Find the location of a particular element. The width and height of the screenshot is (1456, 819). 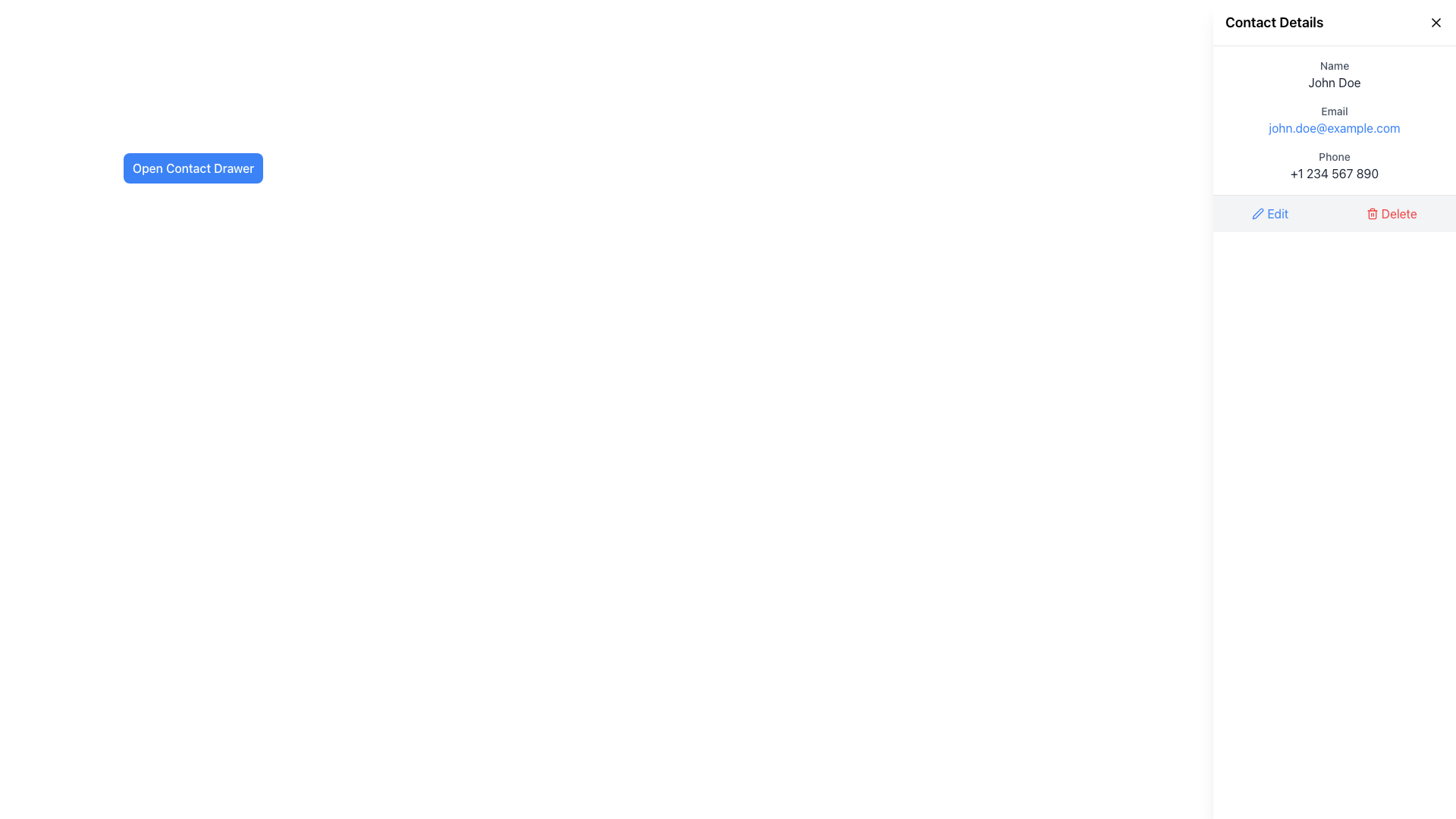

the pen-shaped icon located to the left of the 'Edit' label in the 'Contact Details' section is located at coordinates (1258, 213).